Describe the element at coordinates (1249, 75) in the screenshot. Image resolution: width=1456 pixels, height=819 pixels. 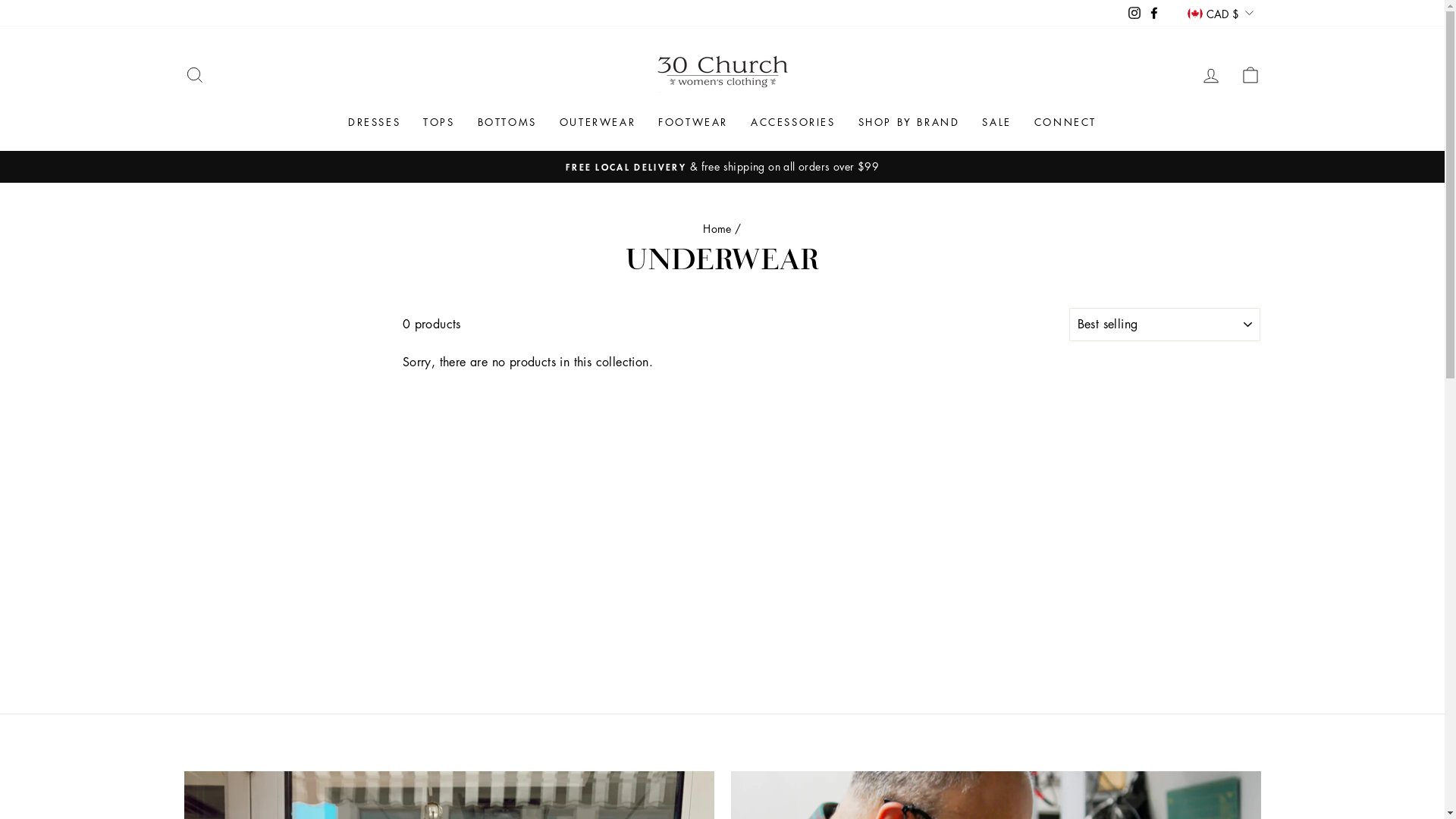
I see `'CART'` at that location.